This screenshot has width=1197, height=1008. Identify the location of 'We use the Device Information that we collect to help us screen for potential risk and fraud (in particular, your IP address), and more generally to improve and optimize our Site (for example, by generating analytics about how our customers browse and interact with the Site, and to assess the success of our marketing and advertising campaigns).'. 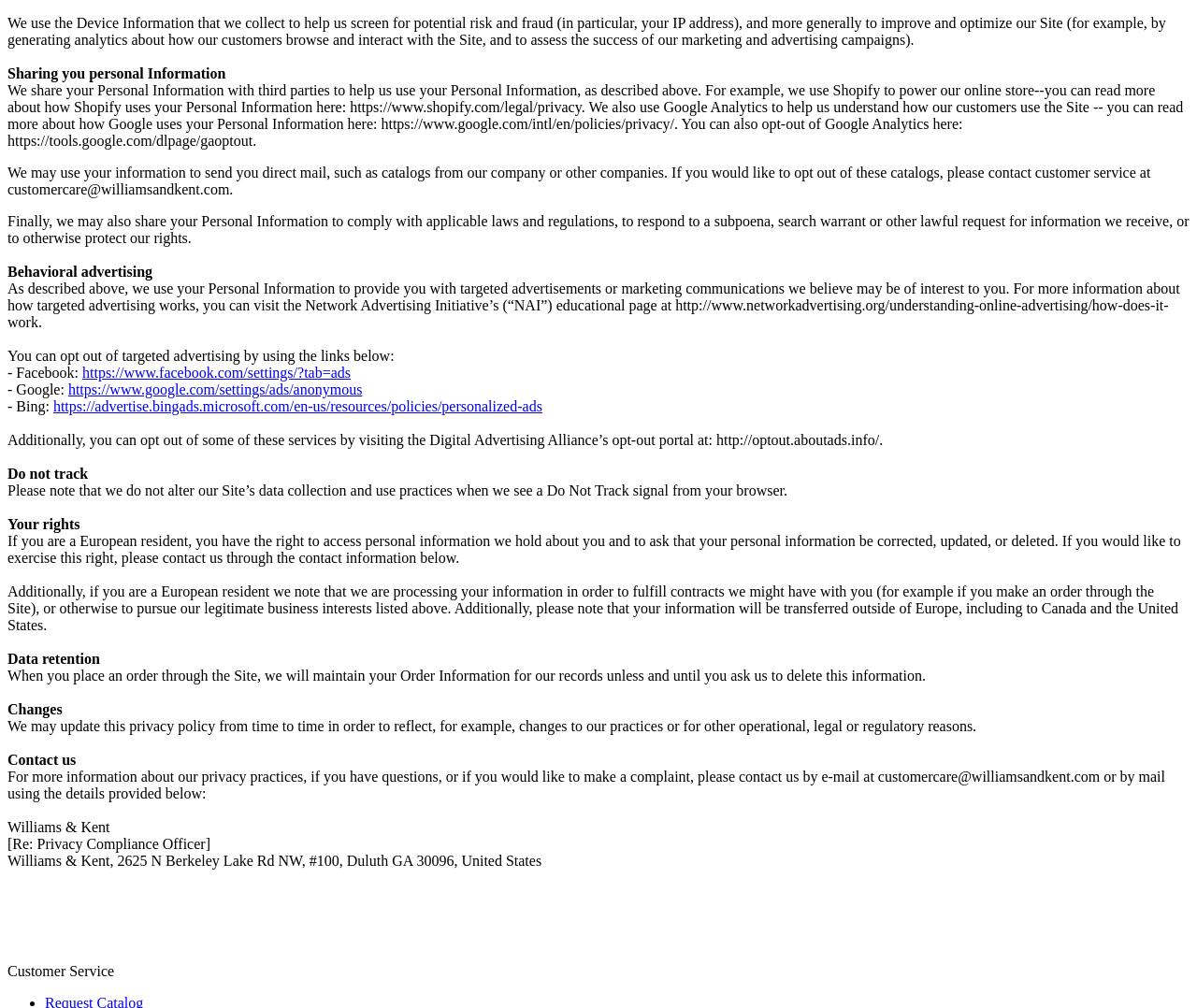
(584, 29).